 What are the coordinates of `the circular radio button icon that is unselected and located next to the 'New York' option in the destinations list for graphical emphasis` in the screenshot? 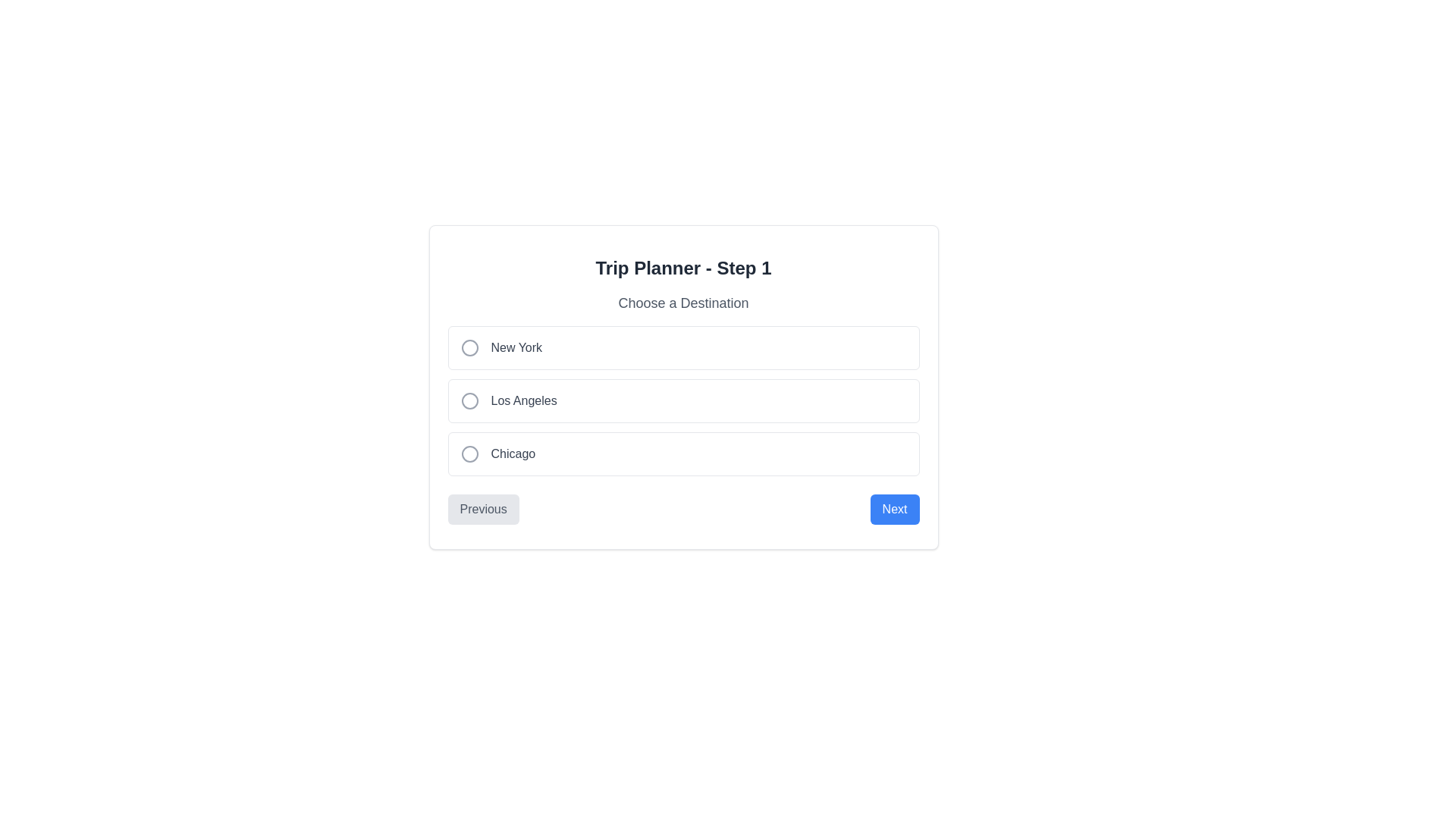 It's located at (469, 348).